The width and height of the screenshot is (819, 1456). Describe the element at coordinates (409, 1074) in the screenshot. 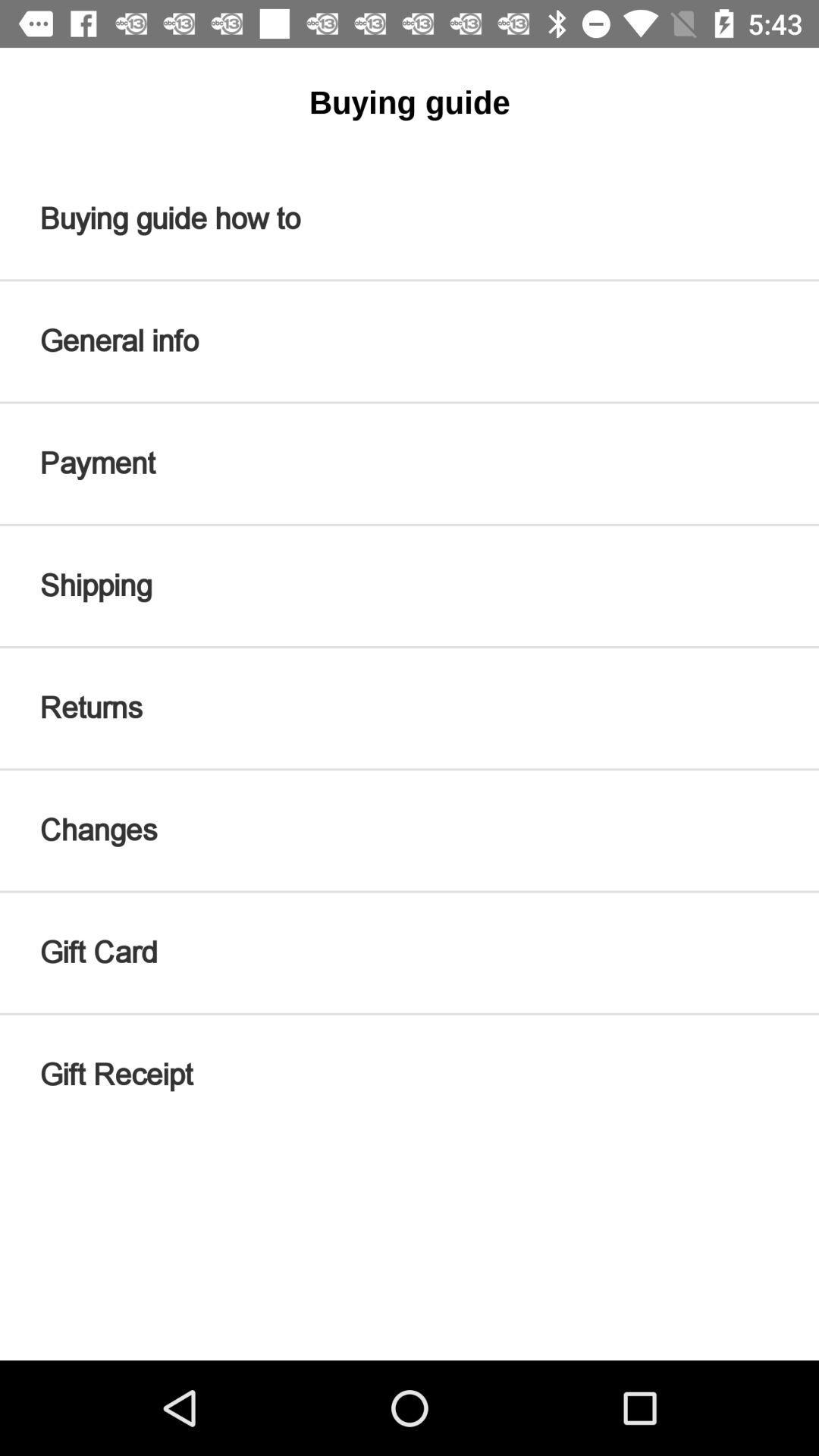

I see `the item below the gift card` at that location.